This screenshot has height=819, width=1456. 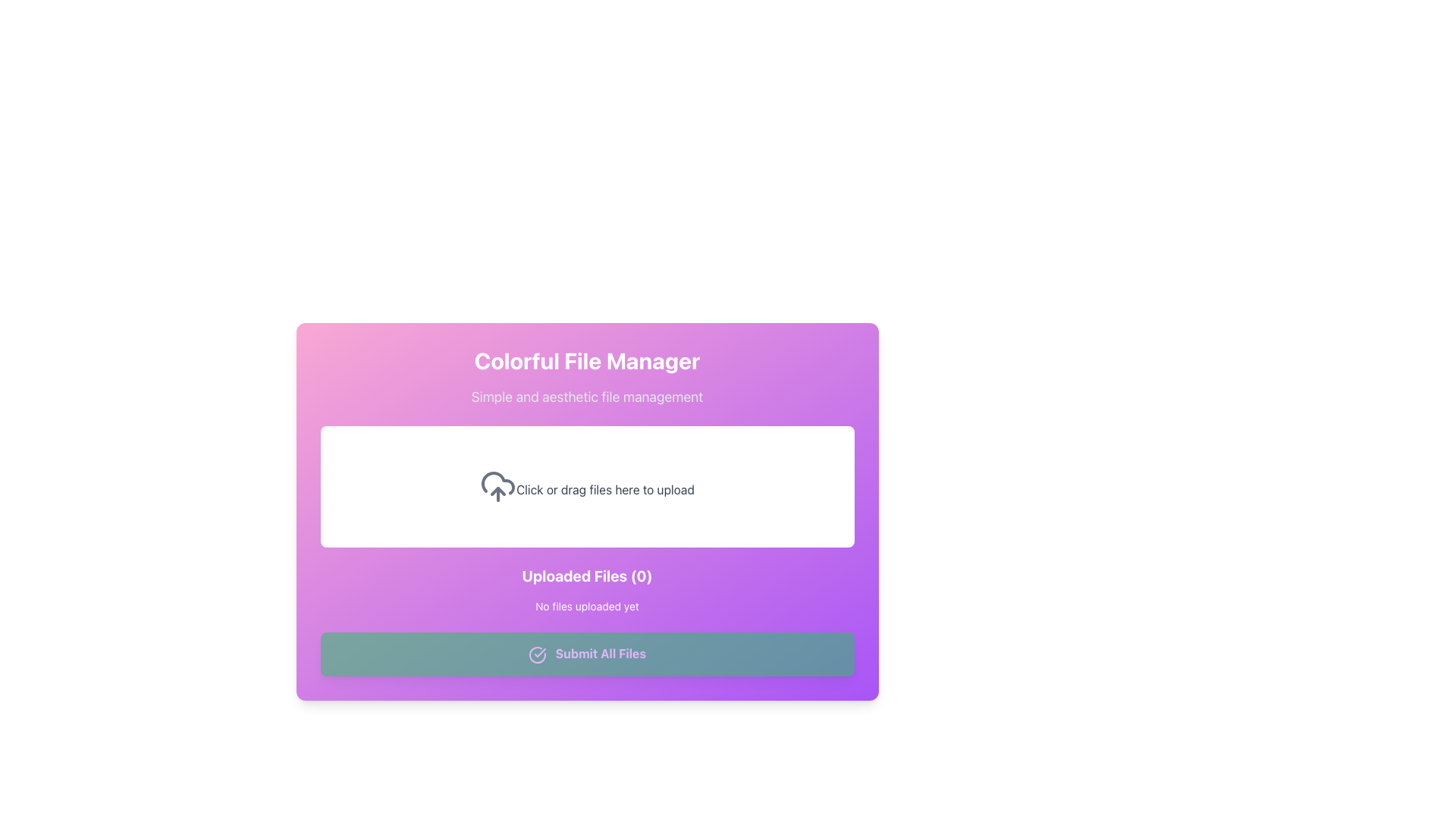 What do you see at coordinates (586, 576) in the screenshot?
I see `the label displaying 'Uploaded Files (0)' which indicates the file upload status, styled with bold white text on a purple gradient background` at bounding box center [586, 576].